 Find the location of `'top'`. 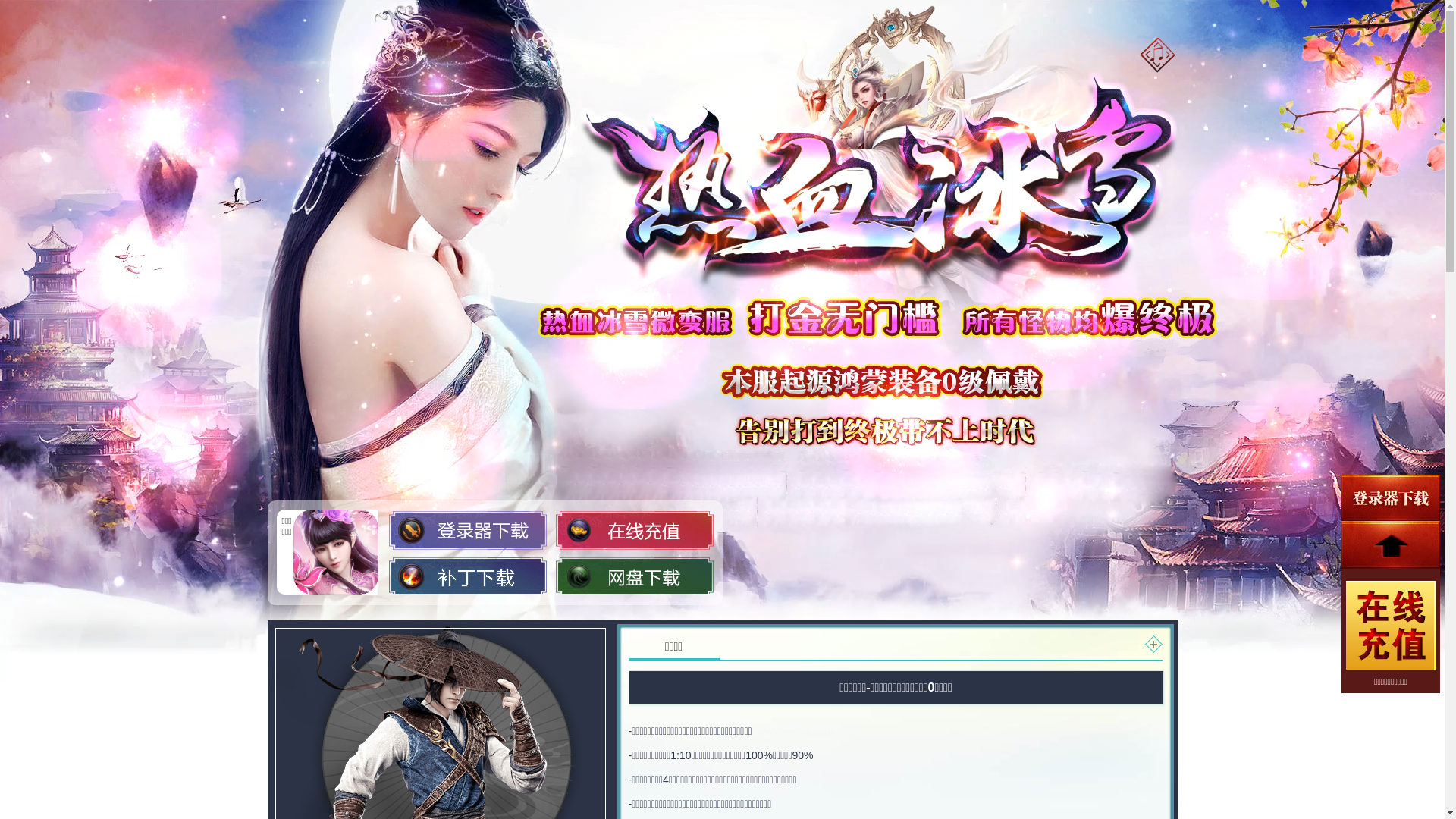

'top' is located at coordinates (1390, 544).